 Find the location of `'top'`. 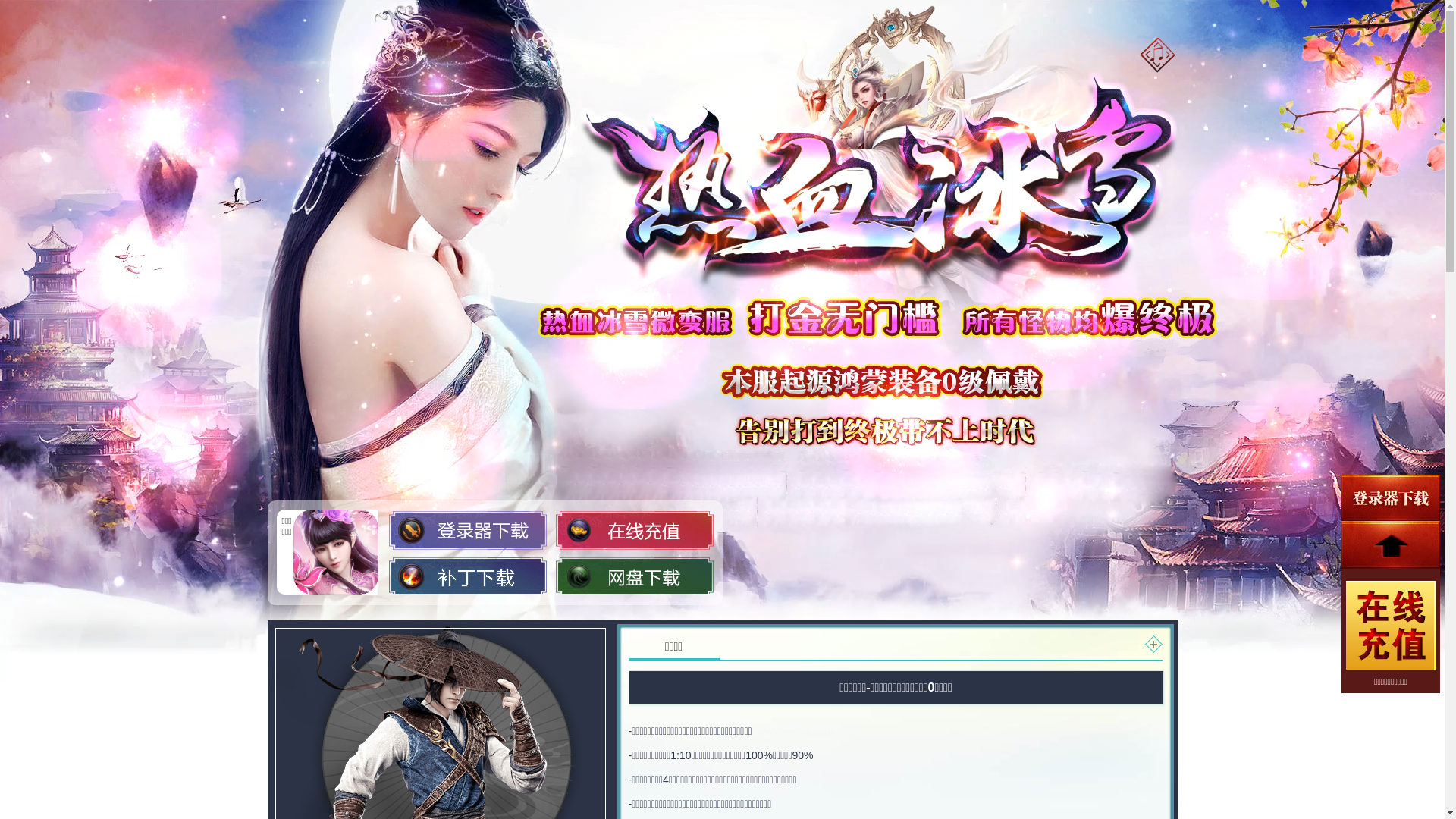

'top' is located at coordinates (1390, 544).